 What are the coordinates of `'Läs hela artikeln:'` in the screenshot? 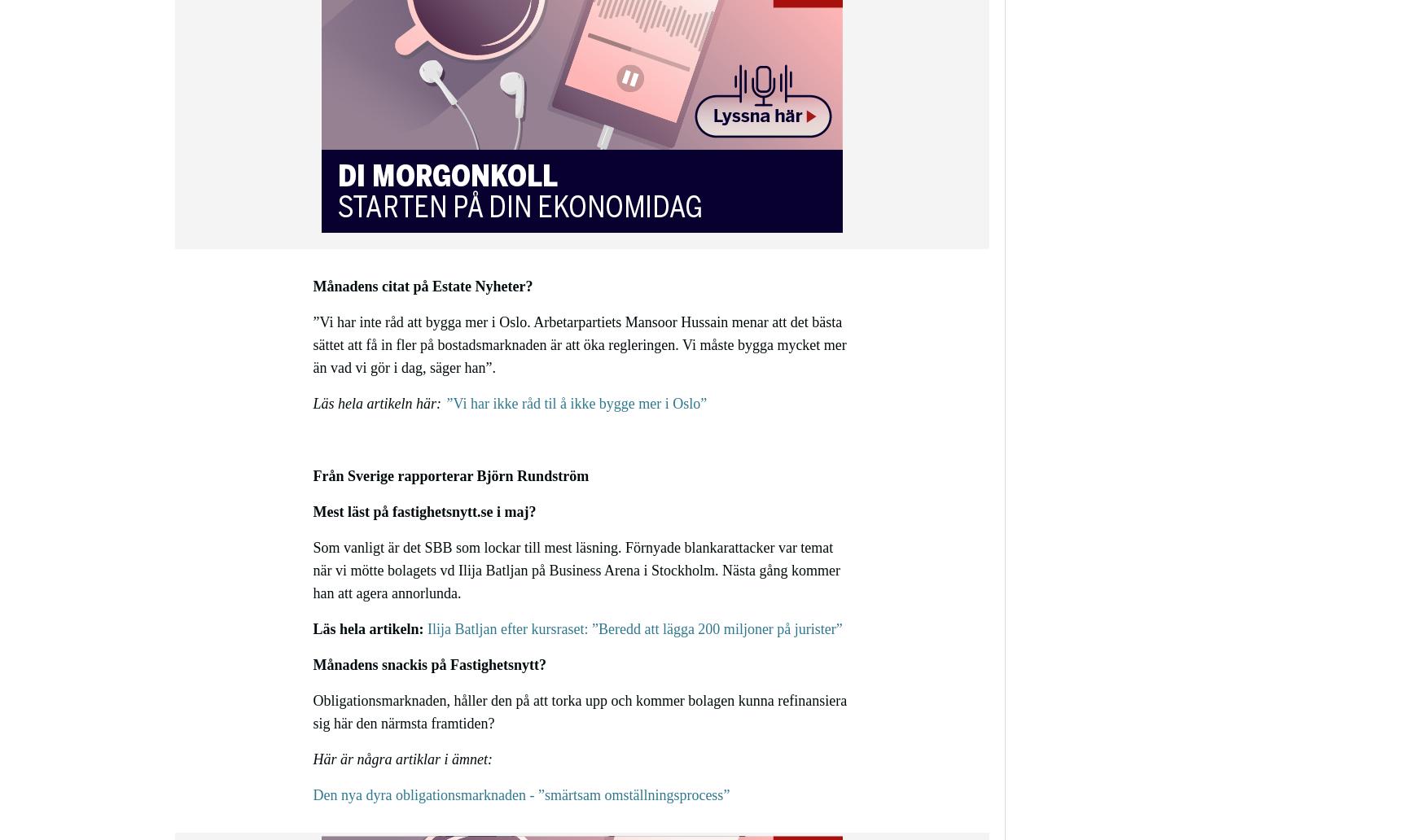 It's located at (368, 628).